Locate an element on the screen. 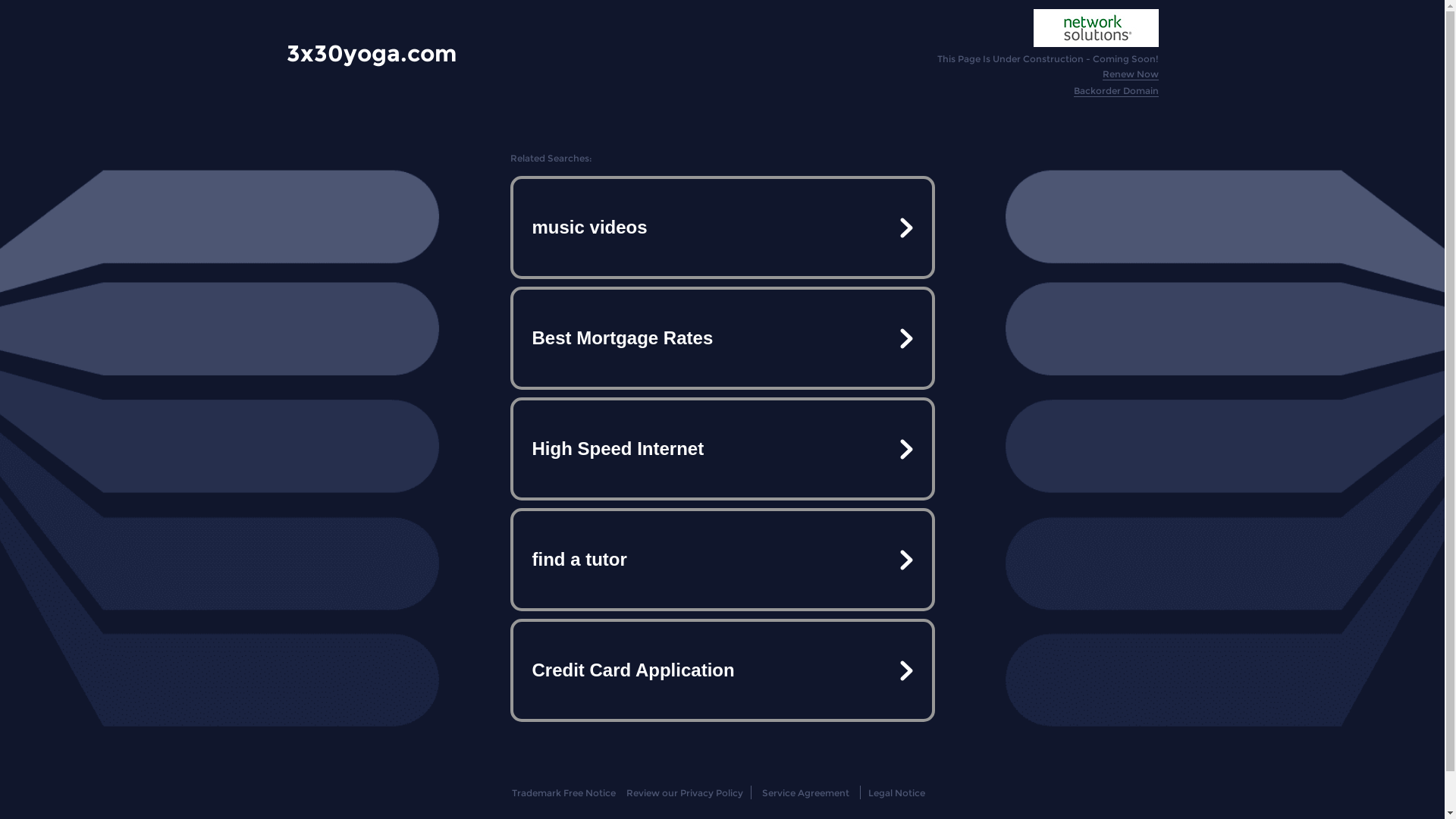 The height and width of the screenshot is (819, 1456). 'Backorder Domain' is located at coordinates (1116, 90).